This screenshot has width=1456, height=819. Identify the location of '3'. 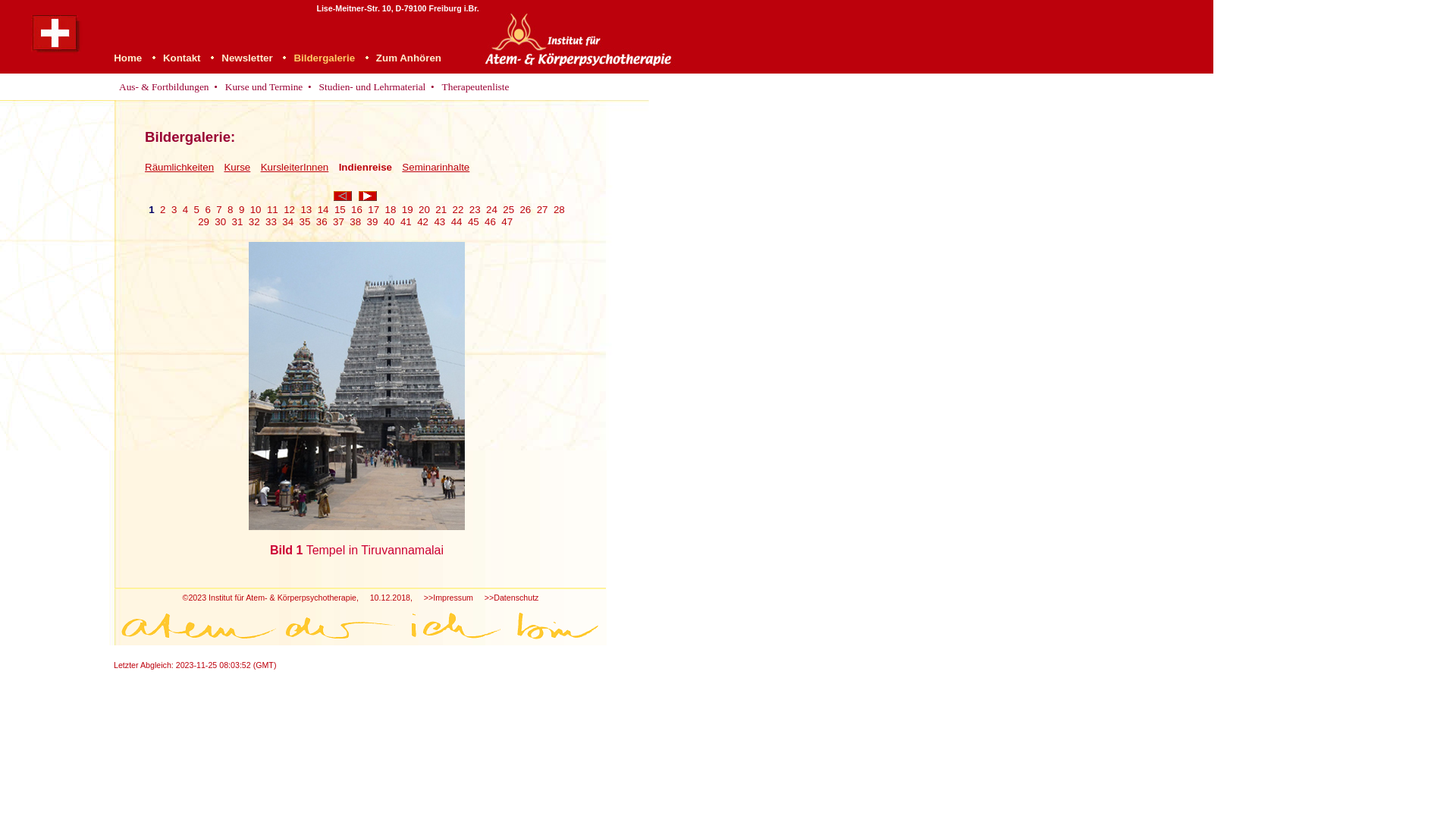
(174, 209).